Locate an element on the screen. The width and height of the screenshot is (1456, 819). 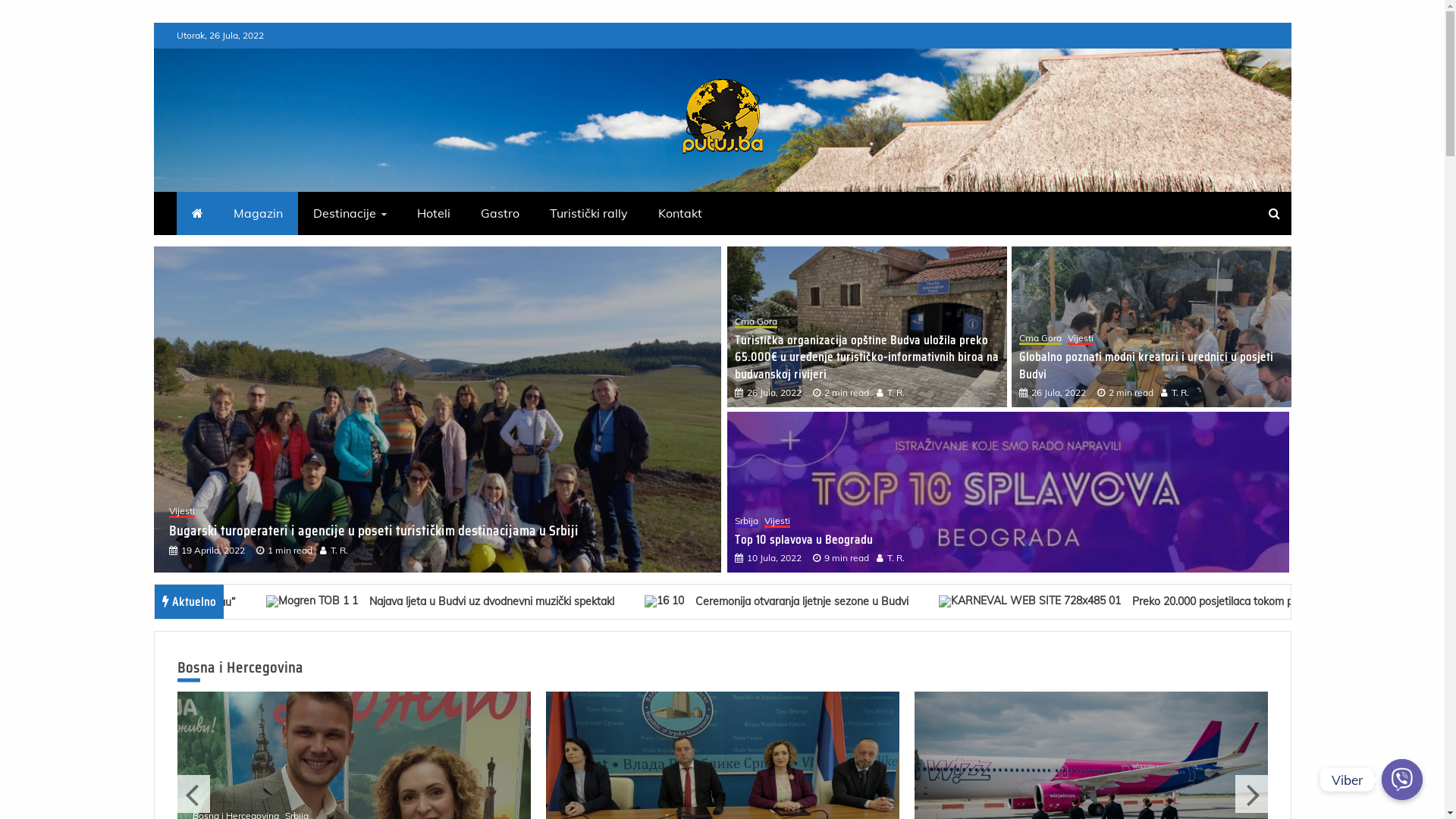
'Kontakt' is located at coordinates (679, 213).